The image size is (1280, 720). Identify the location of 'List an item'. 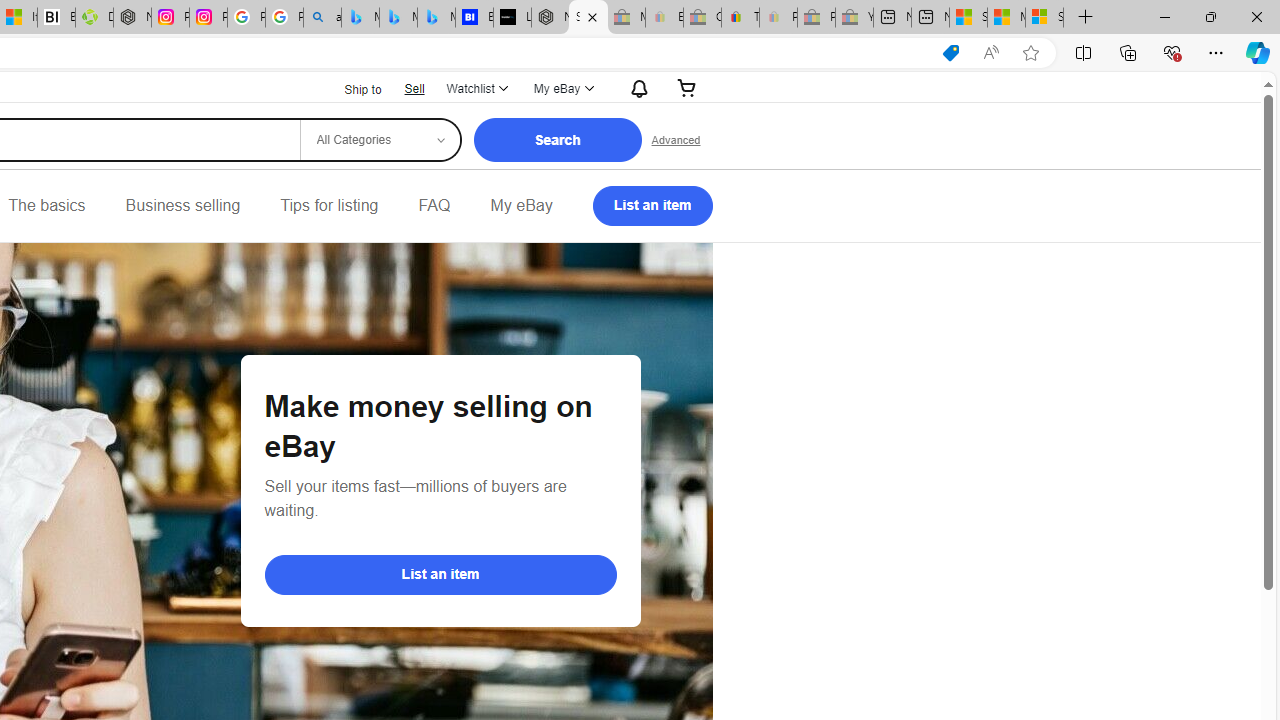
(439, 574).